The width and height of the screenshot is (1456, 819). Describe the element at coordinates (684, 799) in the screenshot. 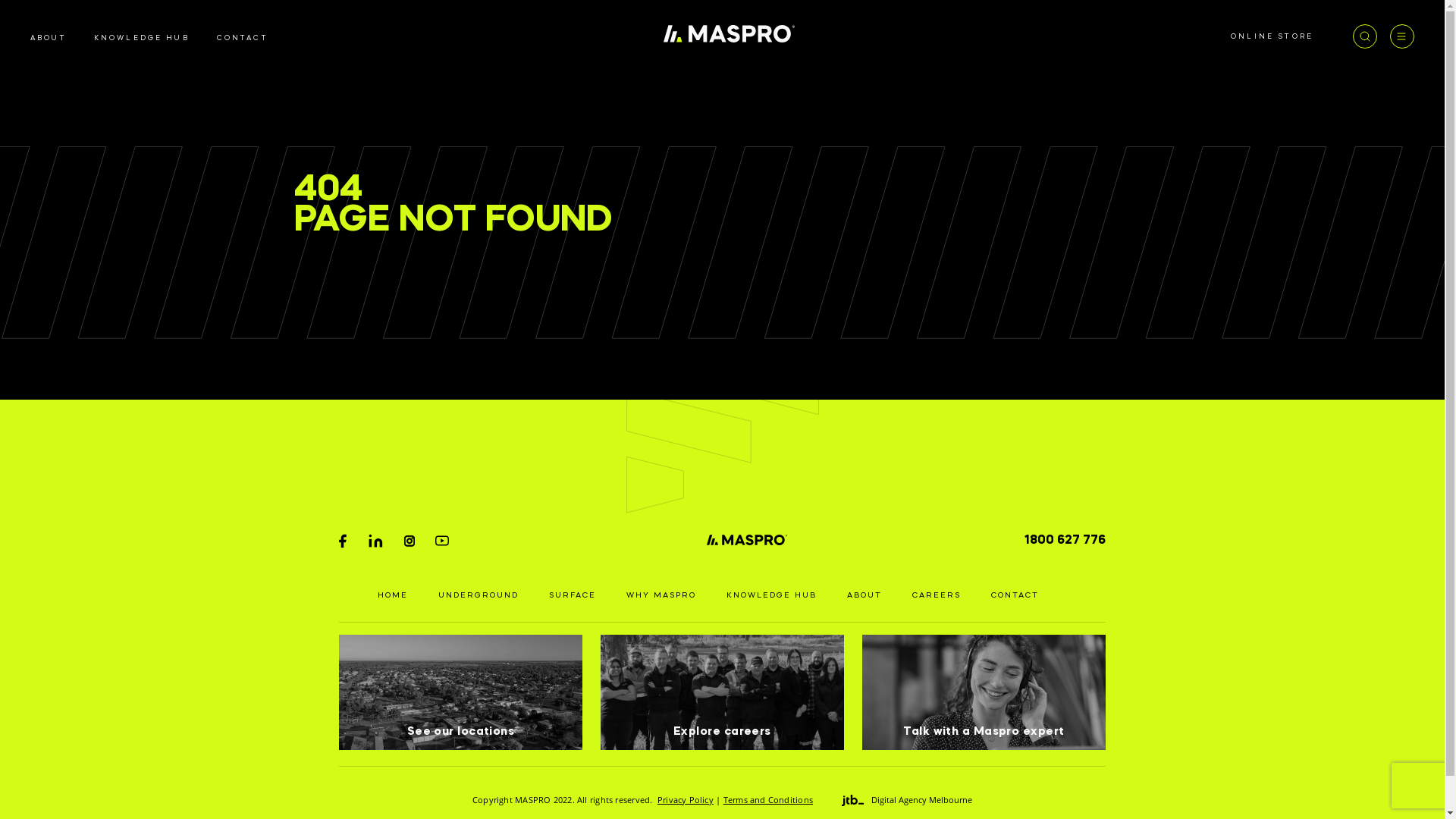

I see `'Privacy Policy'` at that location.